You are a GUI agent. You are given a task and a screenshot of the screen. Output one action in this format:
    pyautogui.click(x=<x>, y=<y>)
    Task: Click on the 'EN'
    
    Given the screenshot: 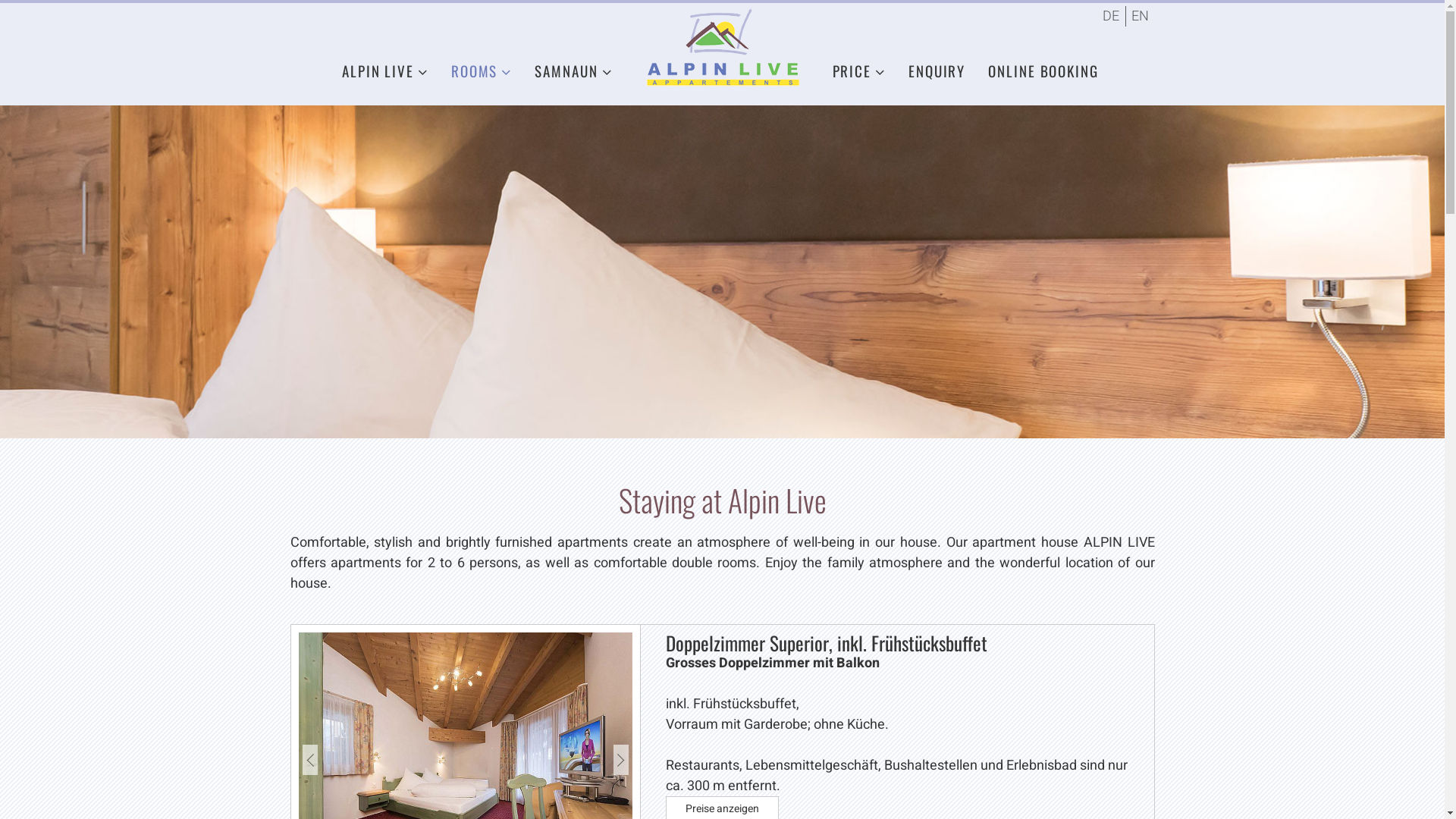 What is the action you would take?
    pyautogui.click(x=1139, y=16)
    